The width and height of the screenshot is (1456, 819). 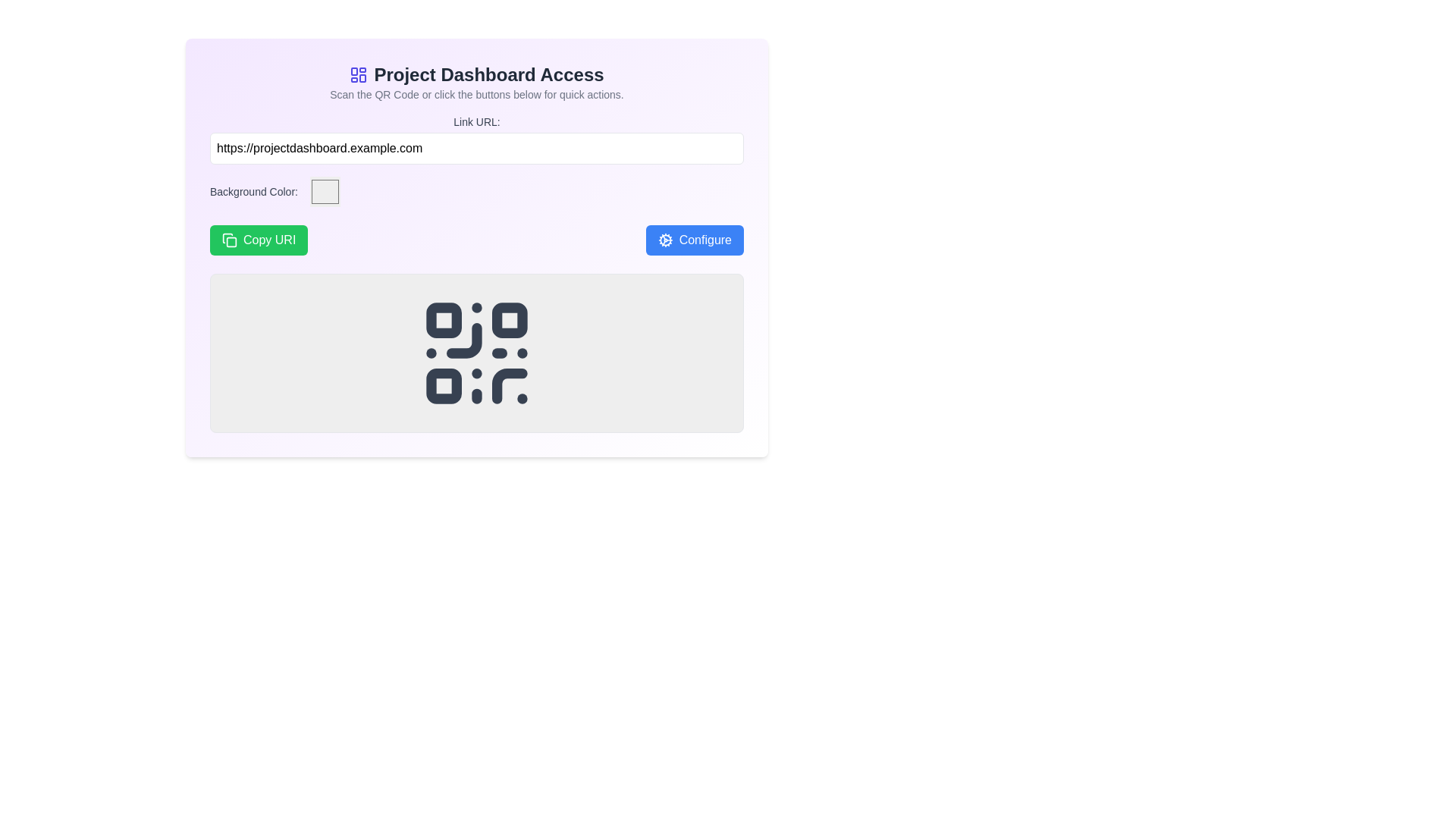 I want to click on the text label reading 'Link URL:' which is styled in gray color and located above the URL input field, so click(x=475, y=121).